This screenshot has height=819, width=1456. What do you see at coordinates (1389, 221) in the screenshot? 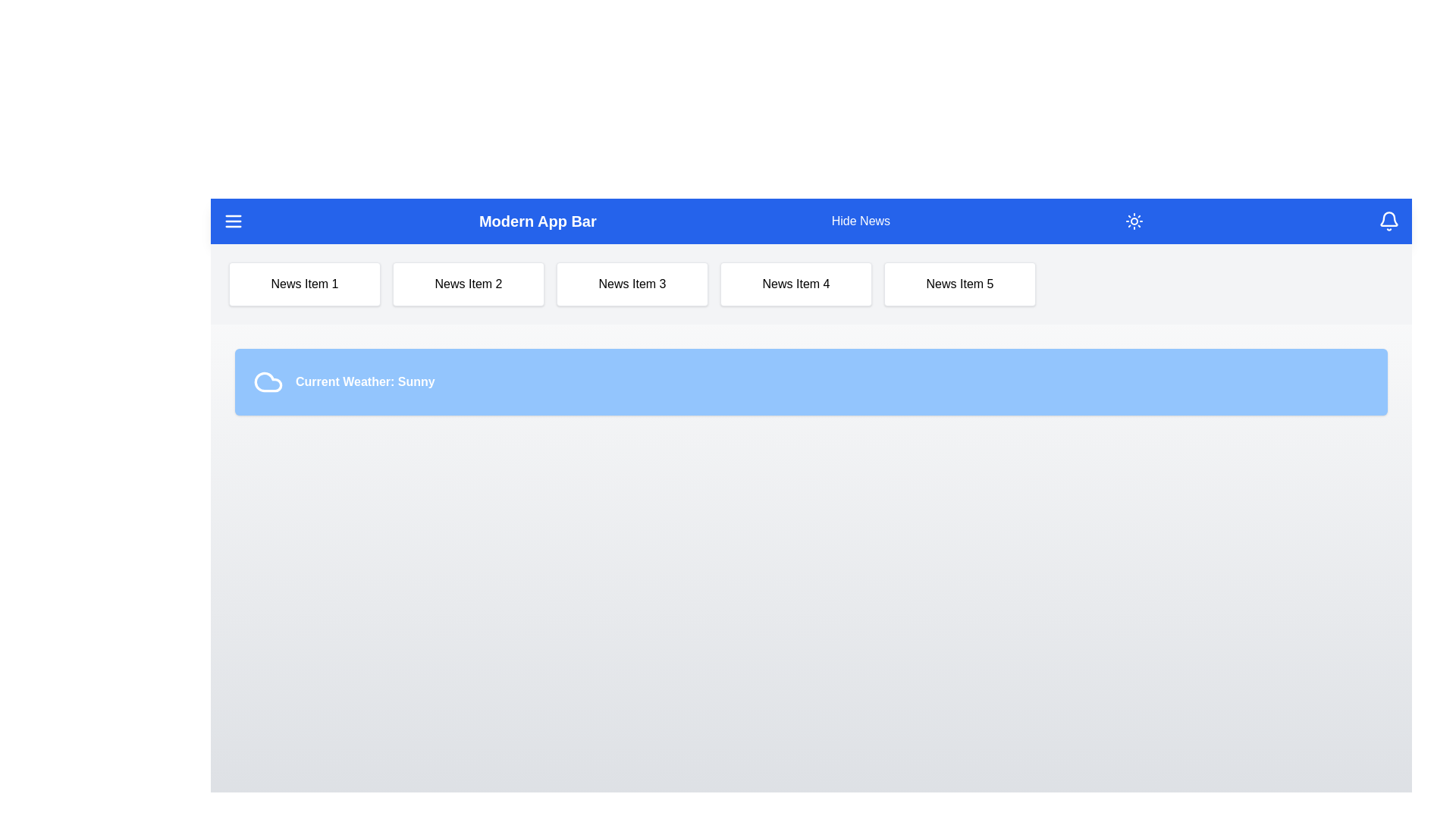
I see `the notification bell icon` at bounding box center [1389, 221].